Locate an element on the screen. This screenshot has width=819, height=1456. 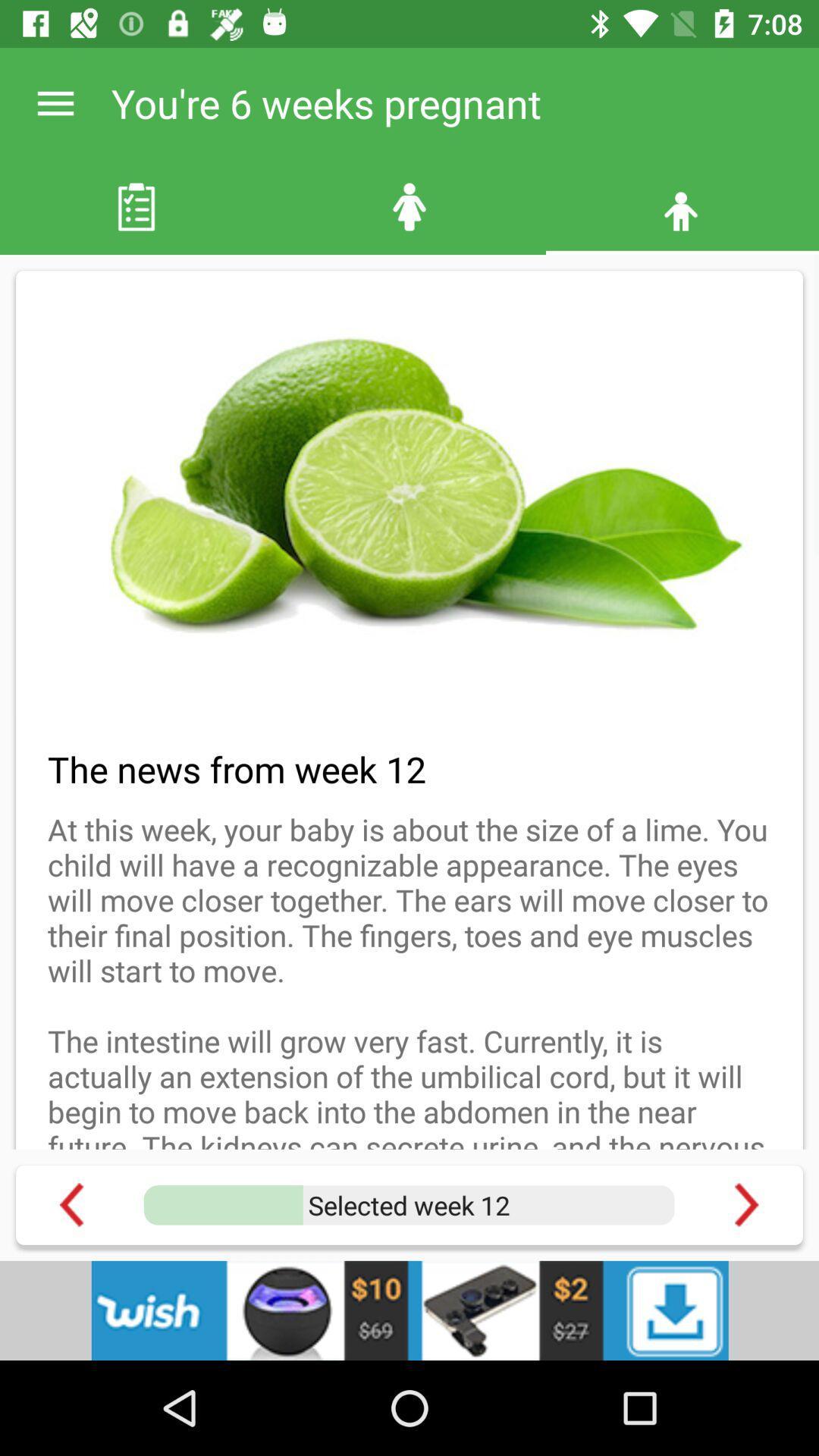
undo button is located at coordinates (71, 1204).